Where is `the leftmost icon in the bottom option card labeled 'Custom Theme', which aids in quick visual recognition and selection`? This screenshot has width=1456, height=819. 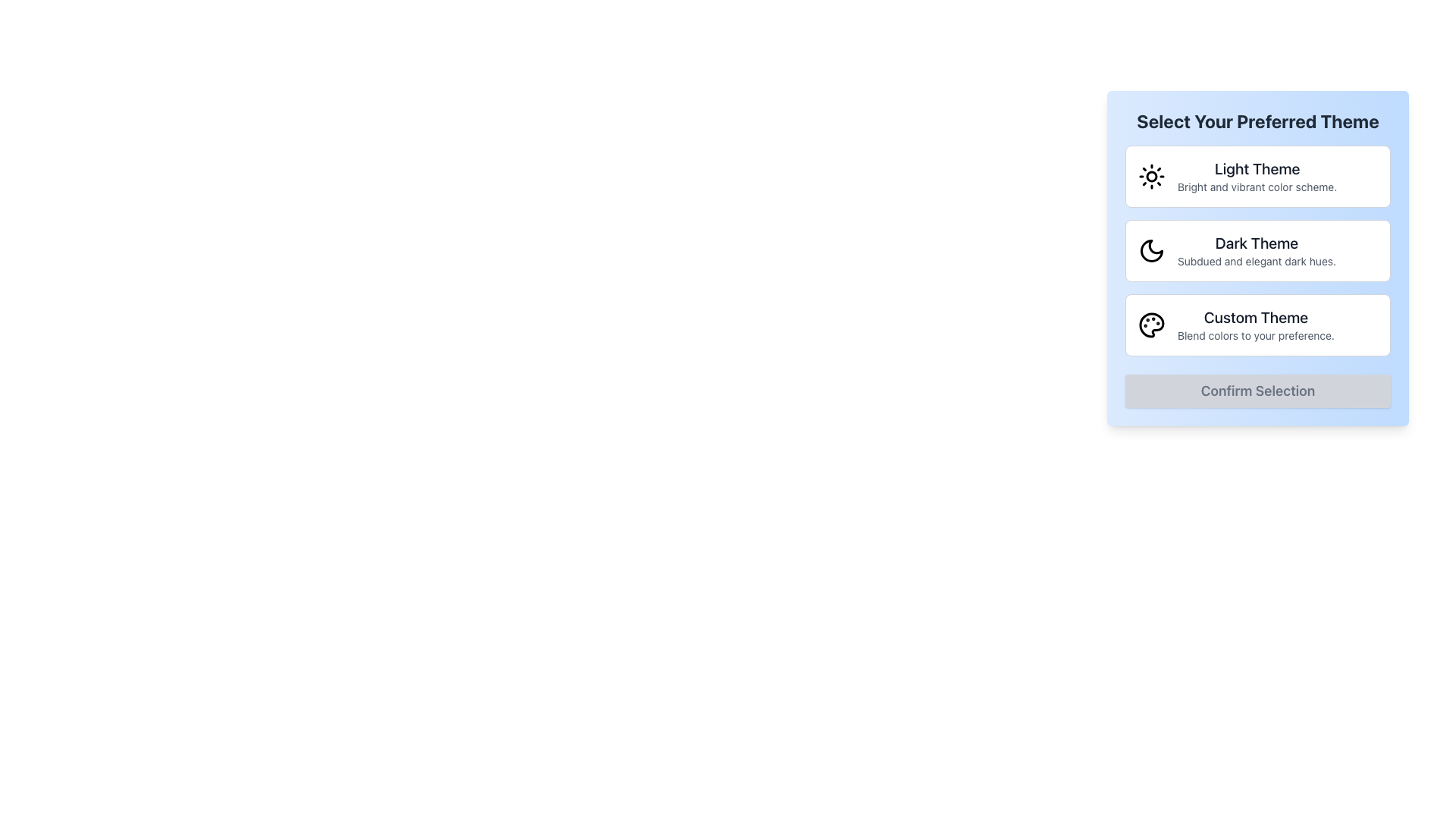
the leftmost icon in the bottom option card labeled 'Custom Theme', which aids in quick visual recognition and selection is located at coordinates (1151, 324).